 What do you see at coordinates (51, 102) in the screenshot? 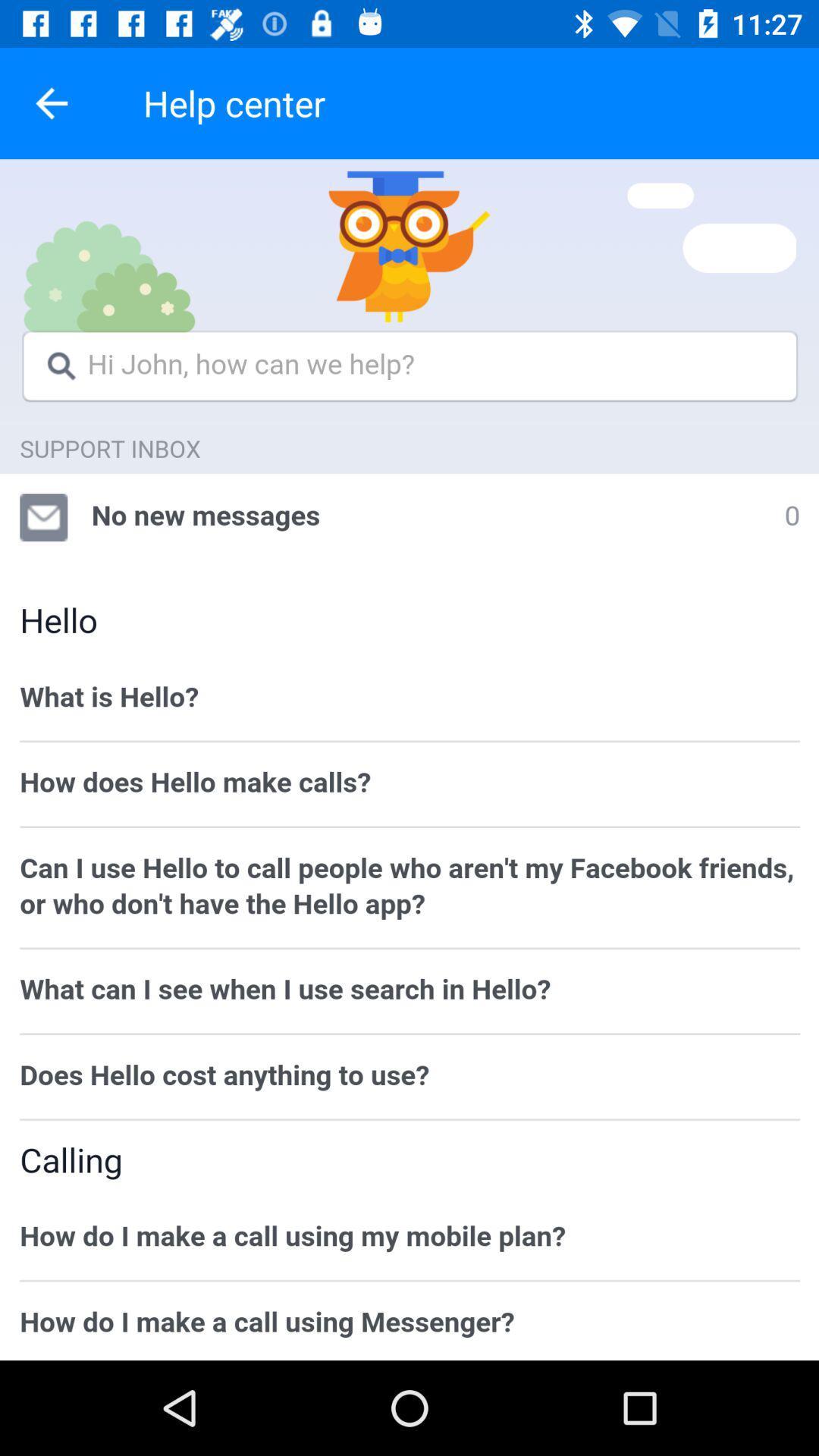
I see `the previous page` at bounding box center [51, 102].